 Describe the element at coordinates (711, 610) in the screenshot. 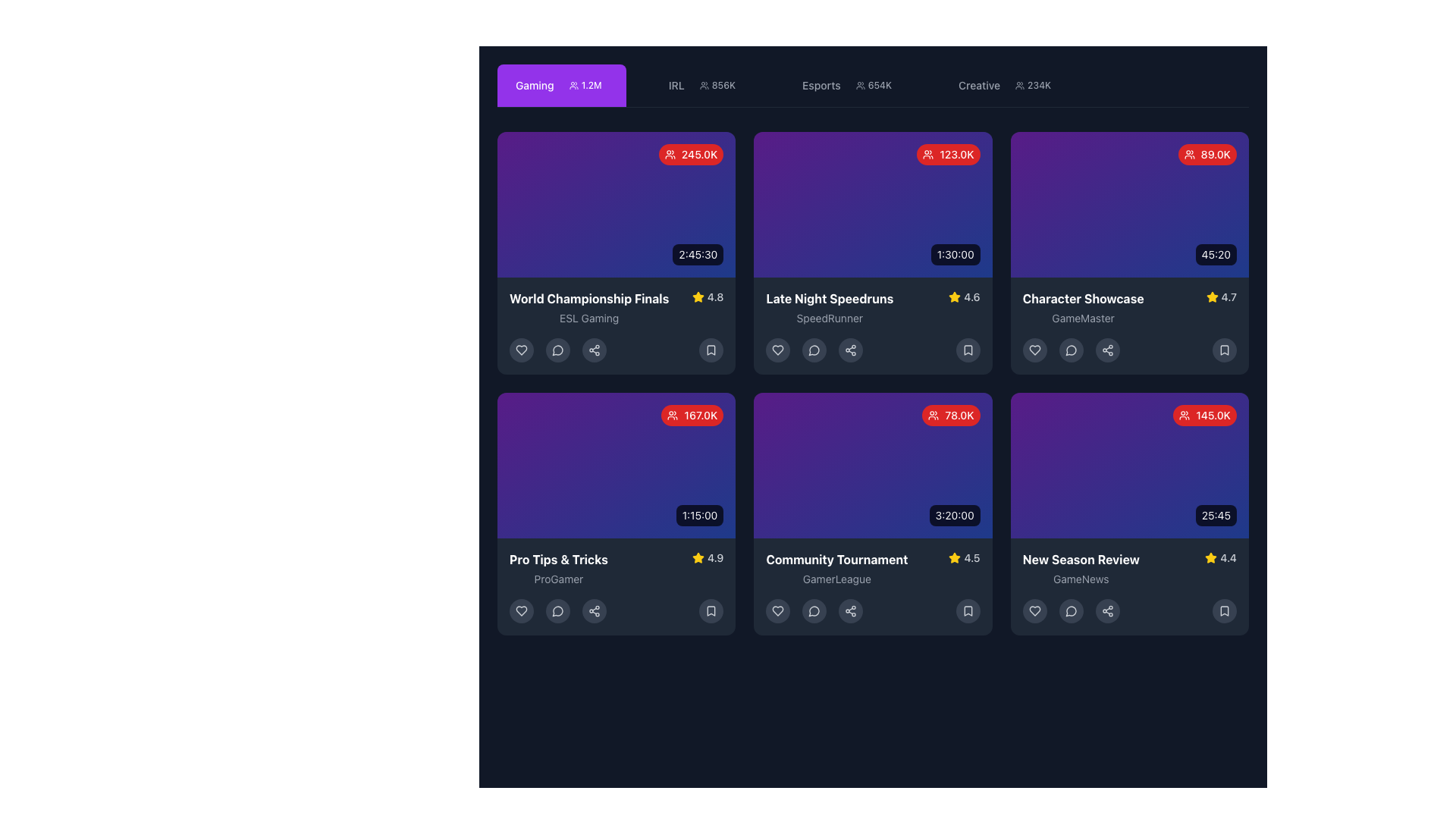

I see `the bookmark button located at the bottom of the 'Pro Tips & Tricks' card in the lower-left corner of the grid` at that location.